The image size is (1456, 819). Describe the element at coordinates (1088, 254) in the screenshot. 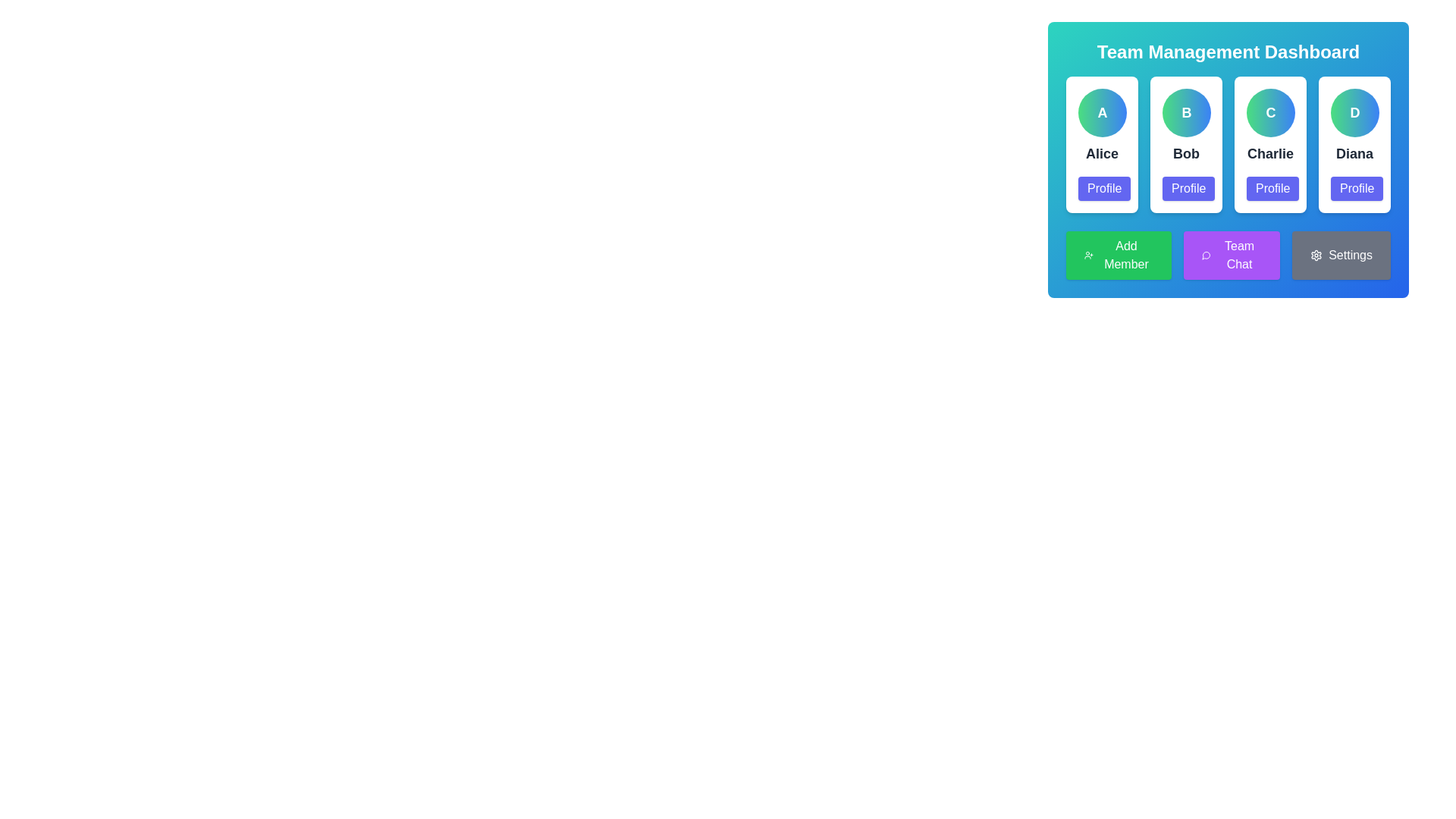

I see `the user-plus icon with a green background located inside the 'Add Member' button, which is at the bottom left corner of the main card in the interface` at that location.